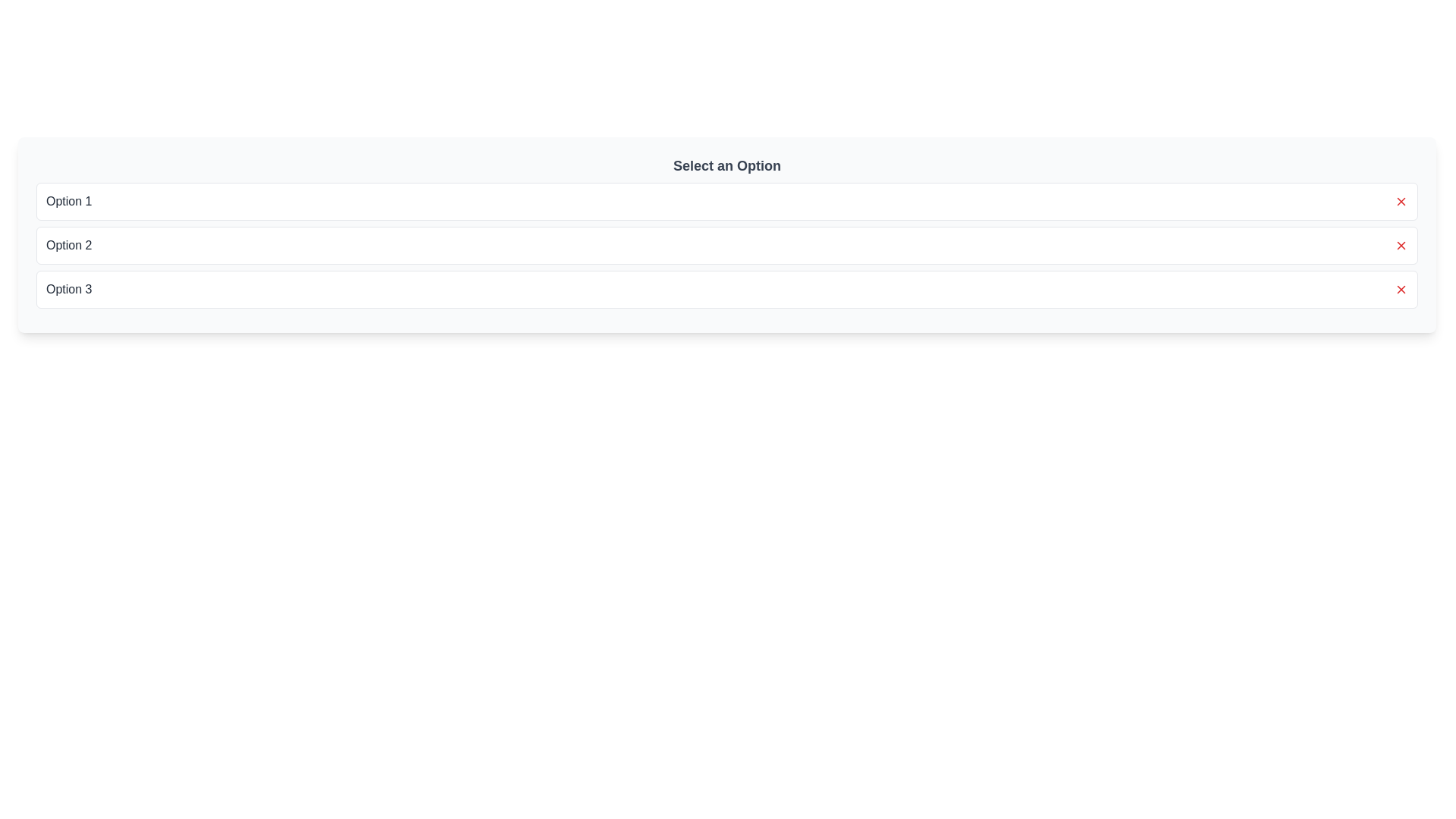  Describe the element at coordinates (1401, 245) in the screenshot. I see `the red 'X' icon positioned at the far right of the 'Option 2' row` at that location.